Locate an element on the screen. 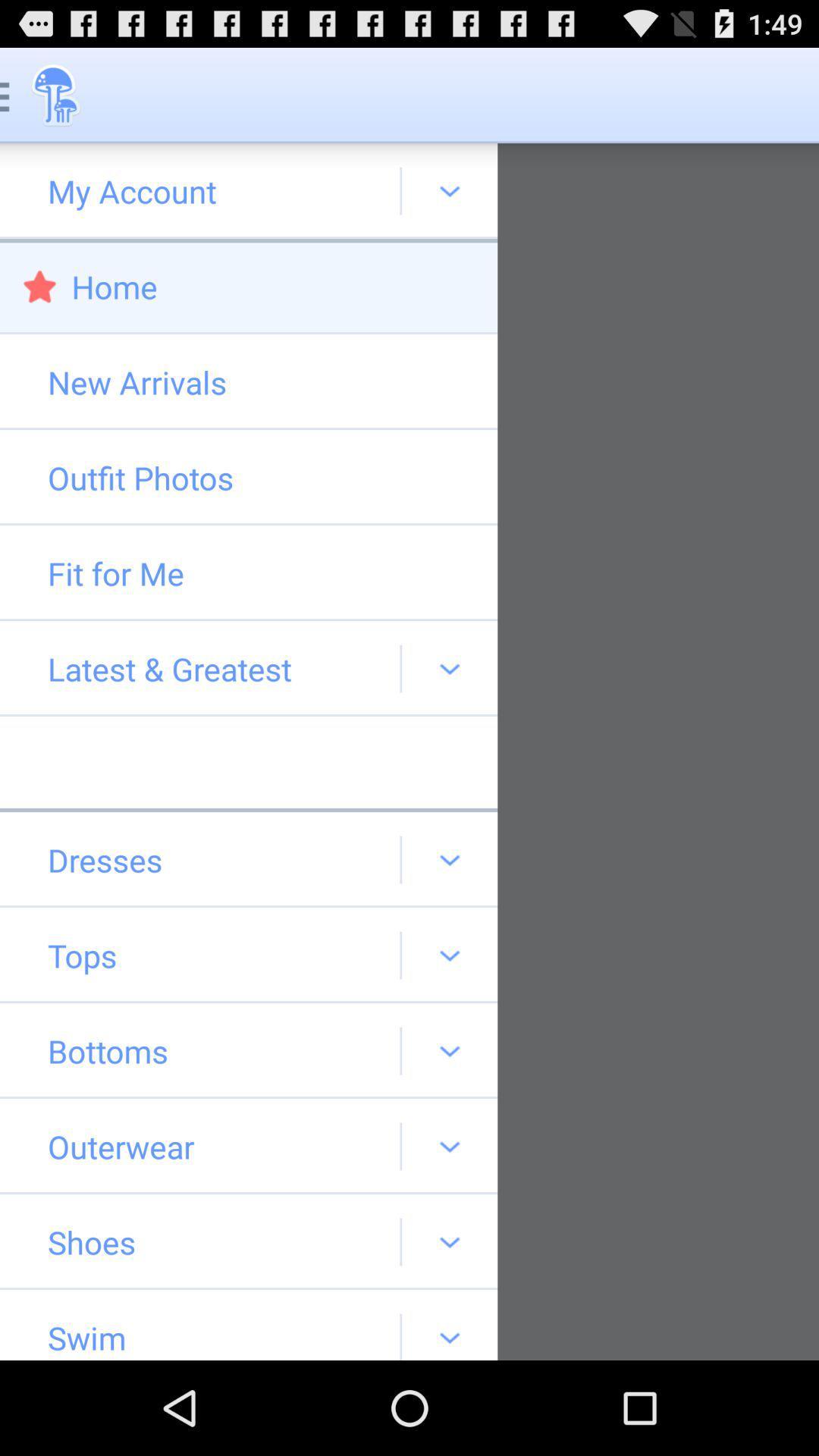 Image resolution: width=819 pixels, height=1456 pixels. the arrow at right side of bottoms is located at coordinates (449, 1050).